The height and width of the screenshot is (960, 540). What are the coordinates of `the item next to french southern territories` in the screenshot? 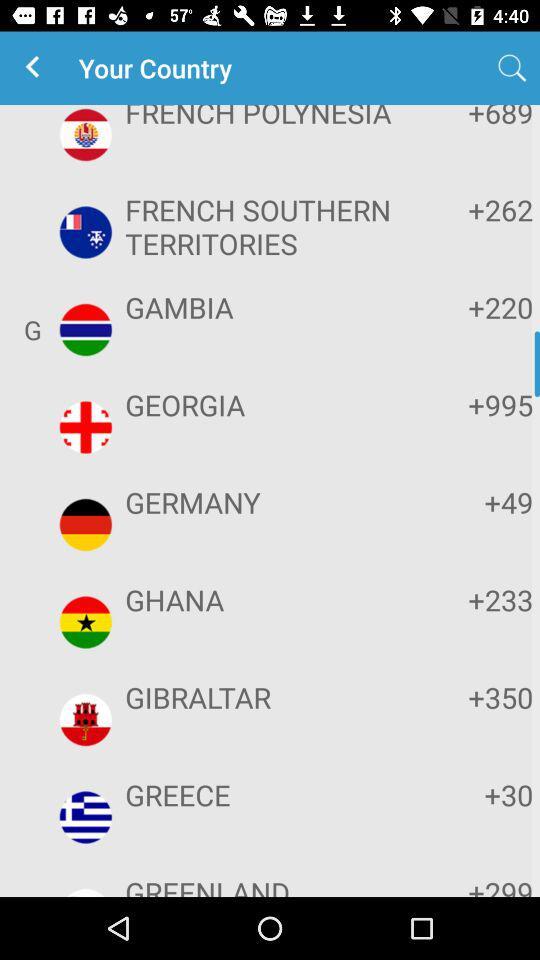 It's located at (471, 209).